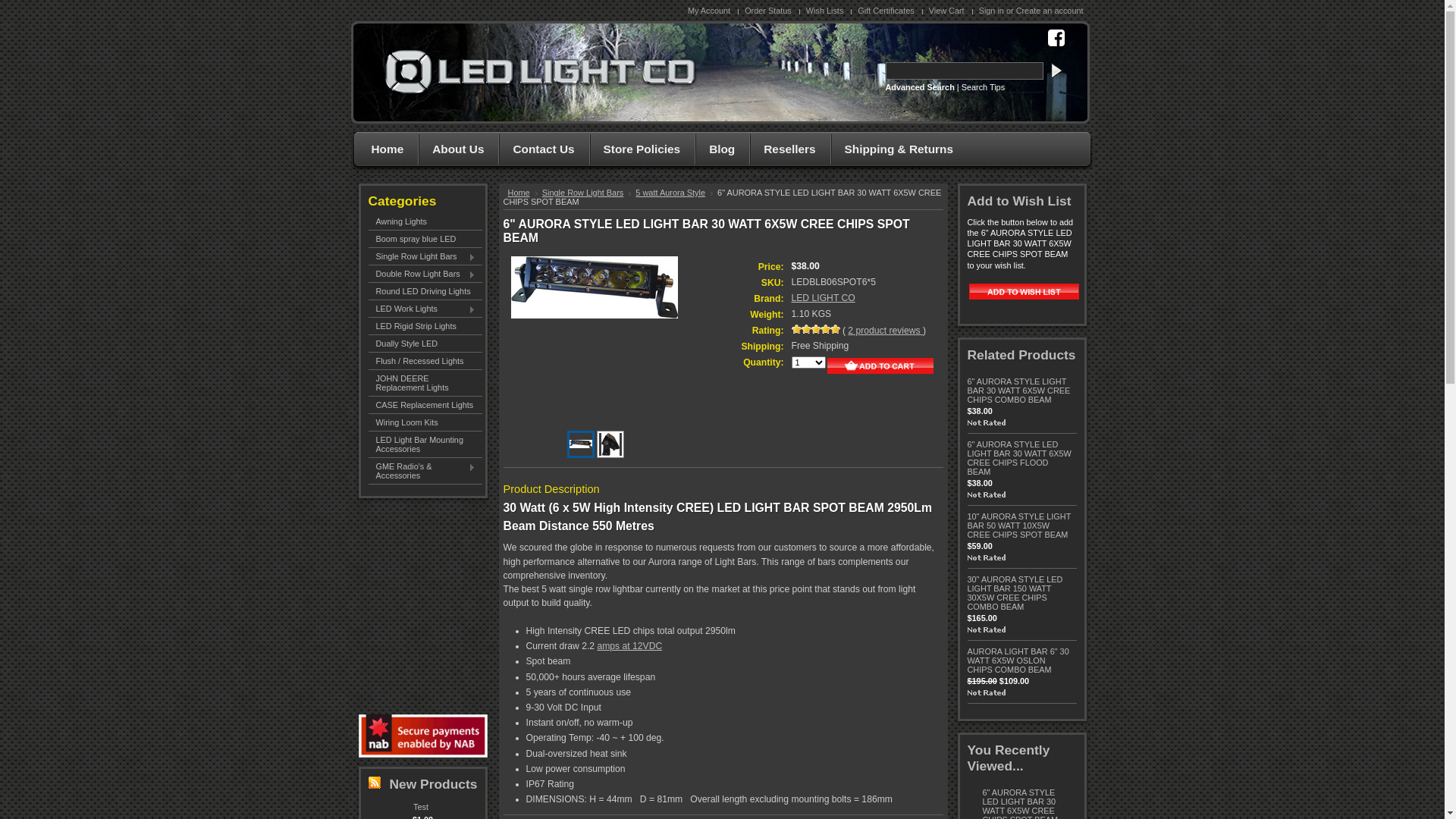 The width and height of the screenshot is (1456, 819). I want to click on 'Home', so click(383, 150).